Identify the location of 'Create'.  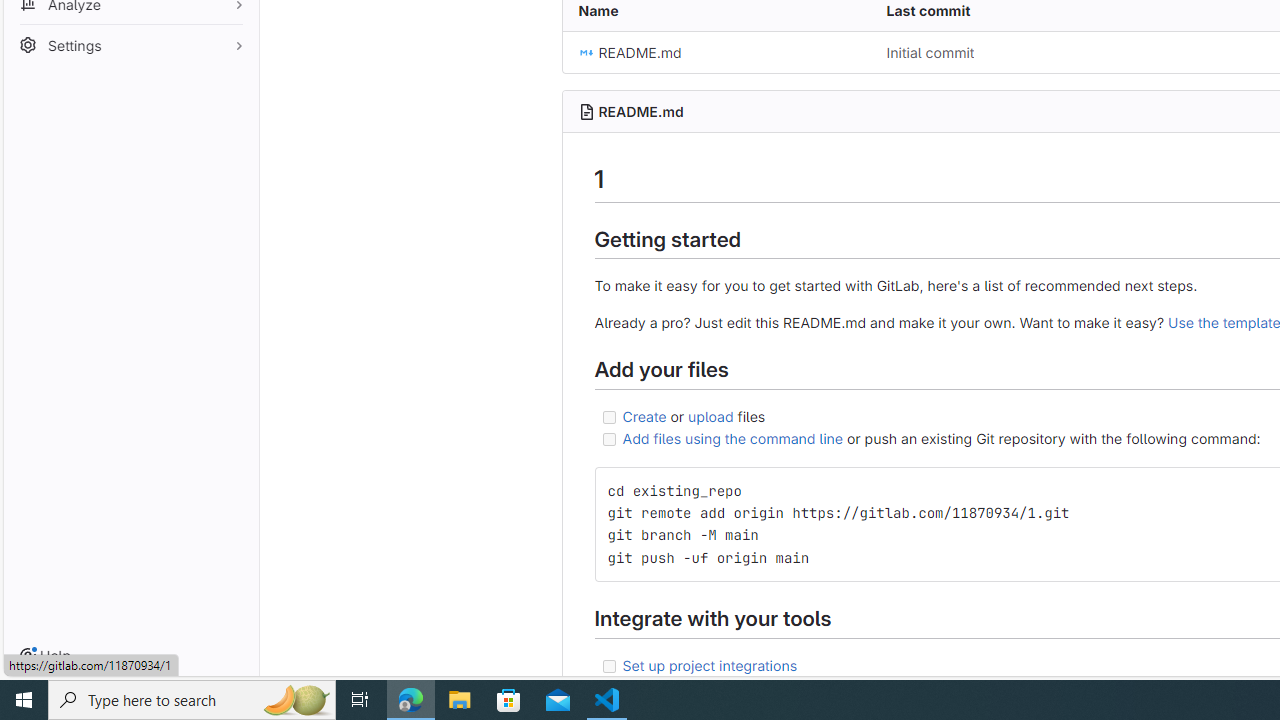
(644, 414).